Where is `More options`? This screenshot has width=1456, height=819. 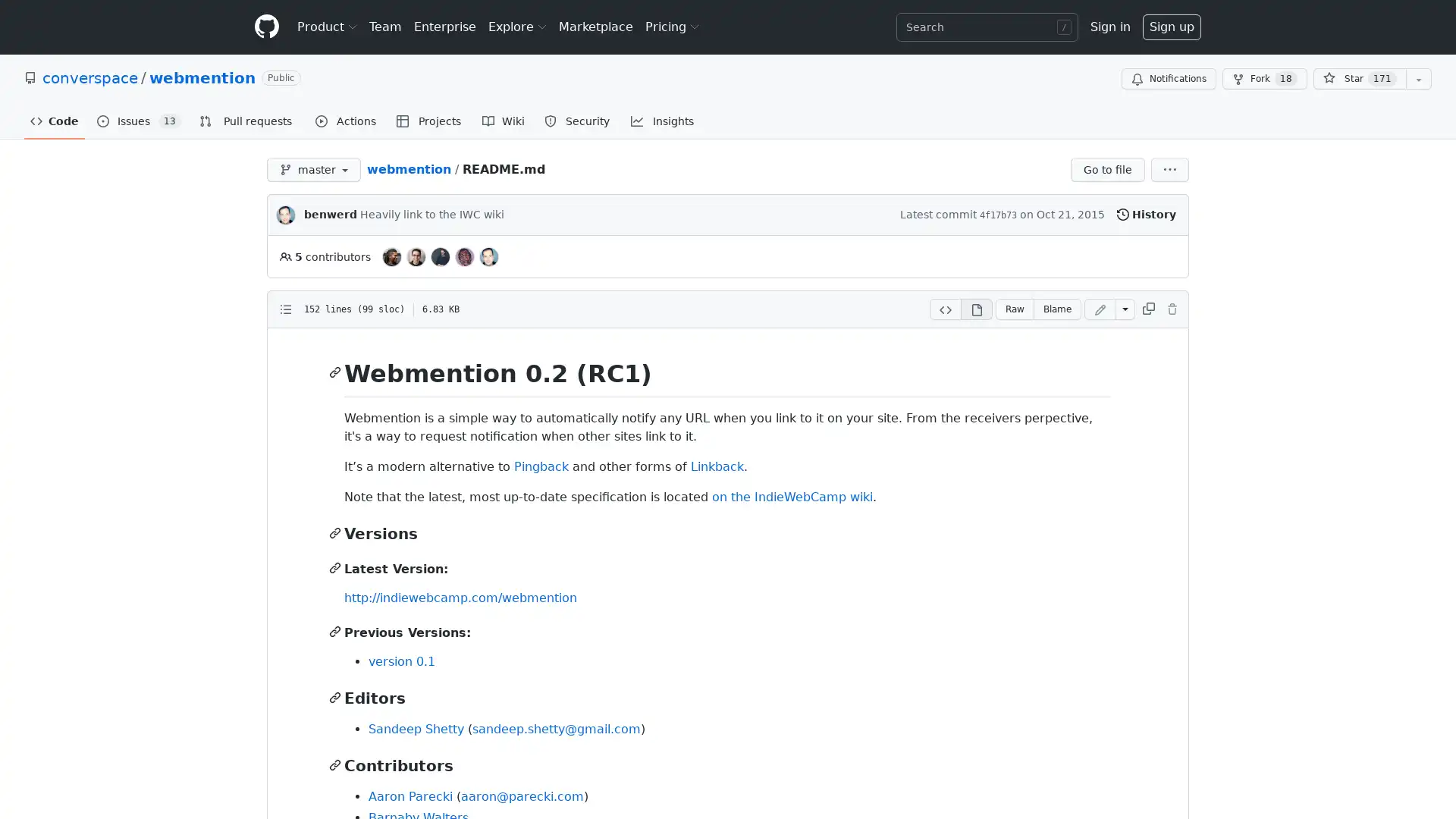
More options is located at coordinates (1169, 169).